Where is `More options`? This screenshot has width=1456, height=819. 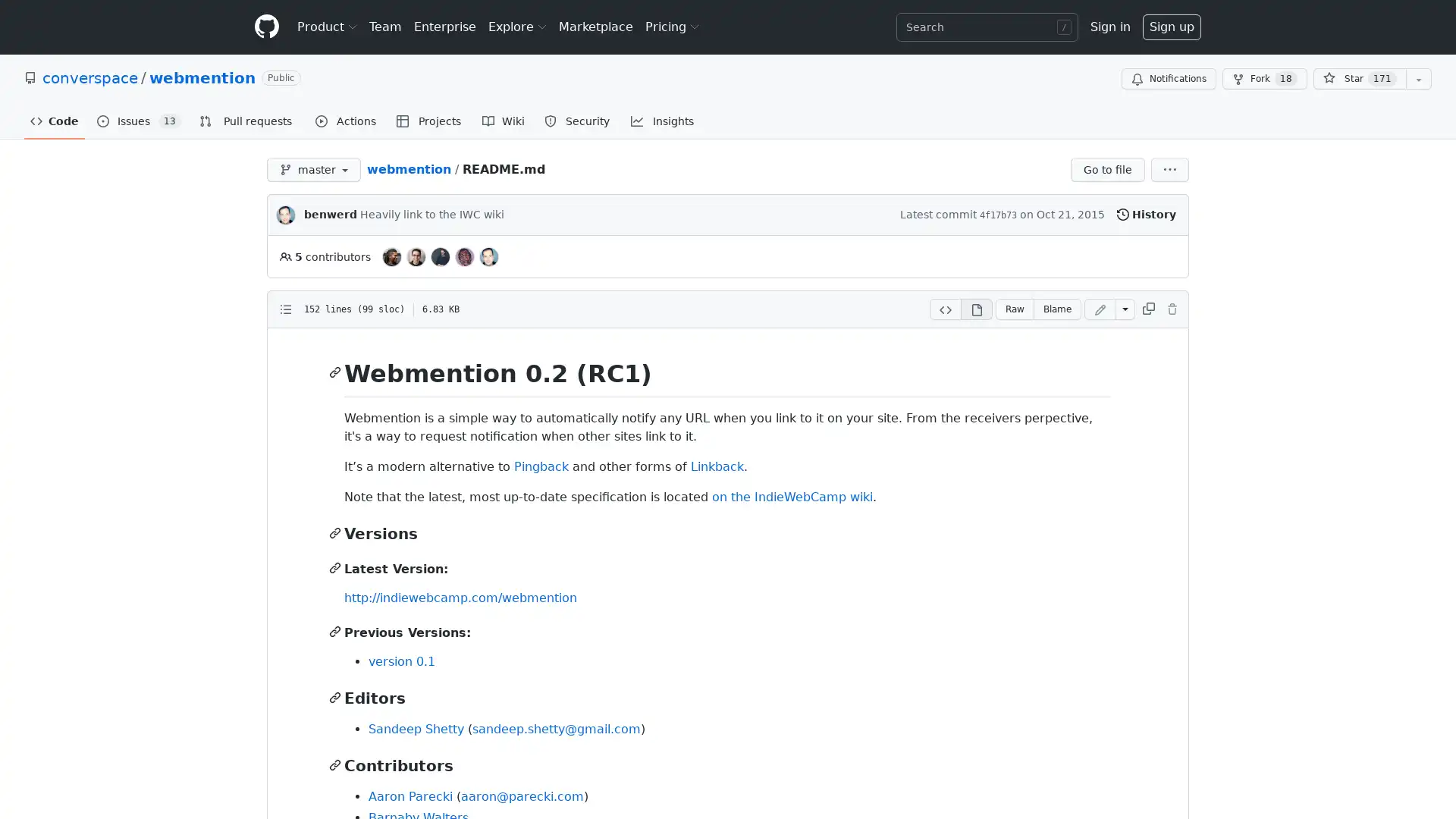
More options is located at coordinates (1169, 169).